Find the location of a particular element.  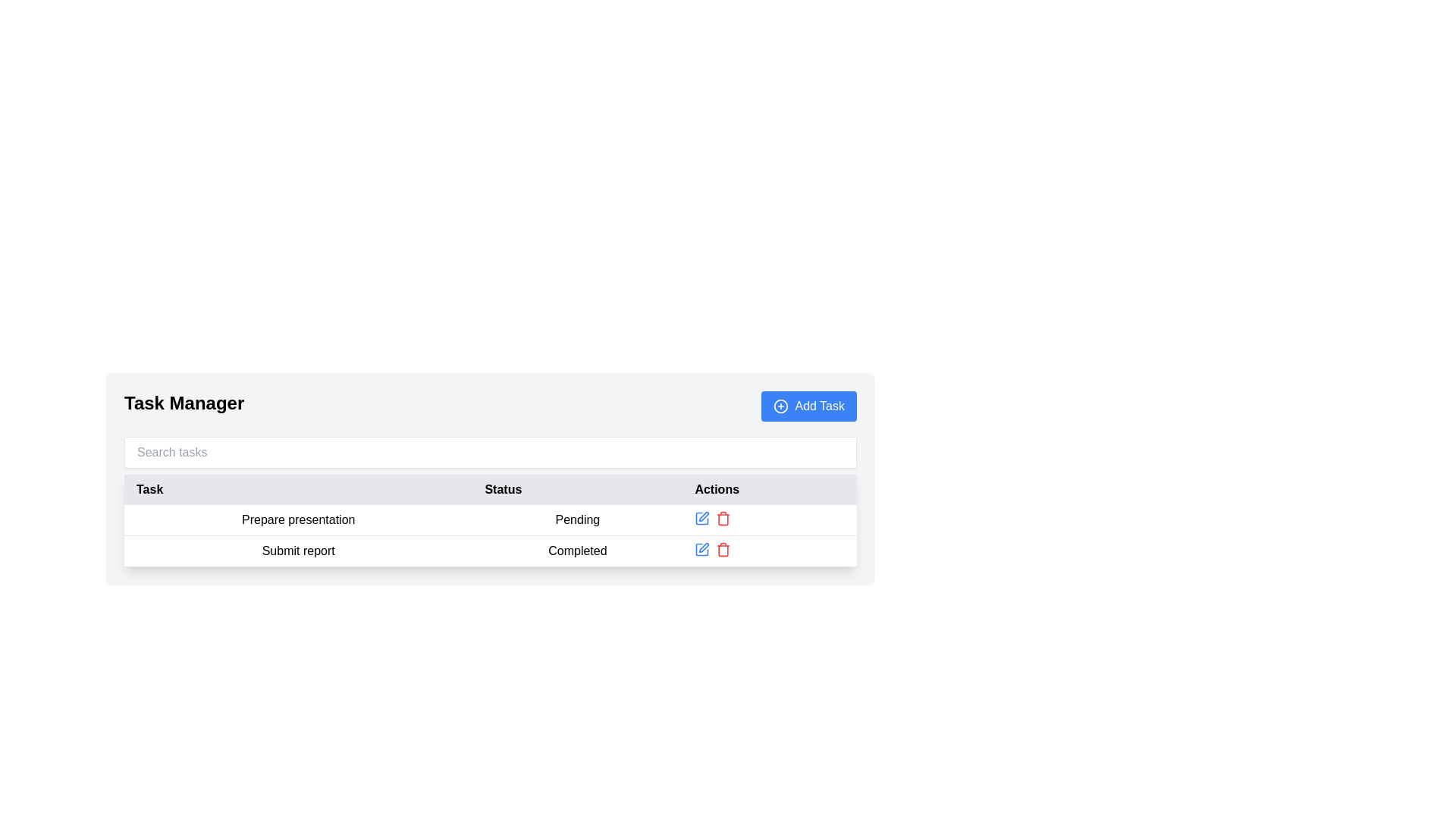

the SVG icon indicating the 'add' functionality within the 'Add Task' button located in the top-right corner of the interface is located at coordinates (781, 406).